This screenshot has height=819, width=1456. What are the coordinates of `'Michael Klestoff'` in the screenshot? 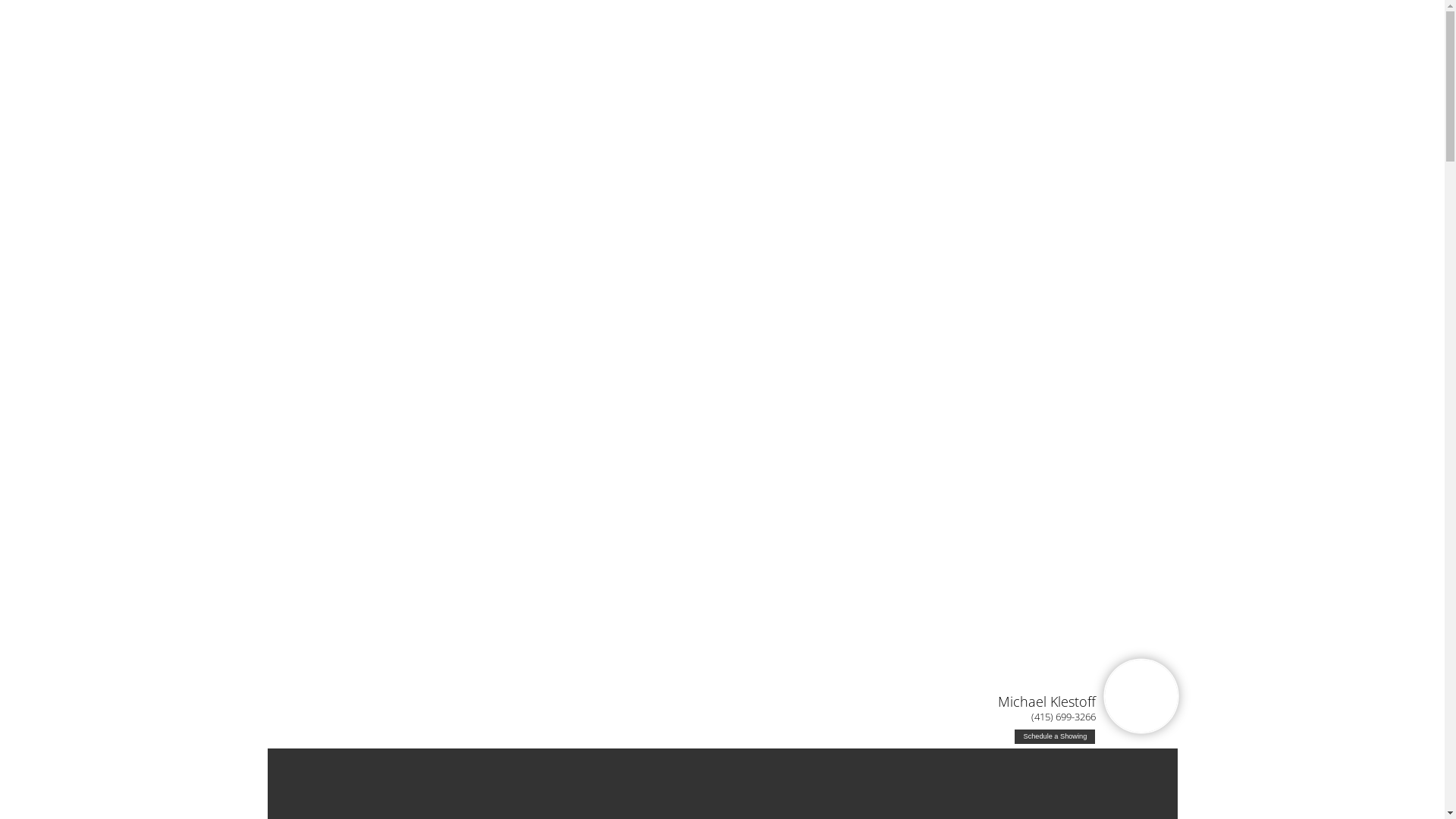 It's located at (1046, 701).